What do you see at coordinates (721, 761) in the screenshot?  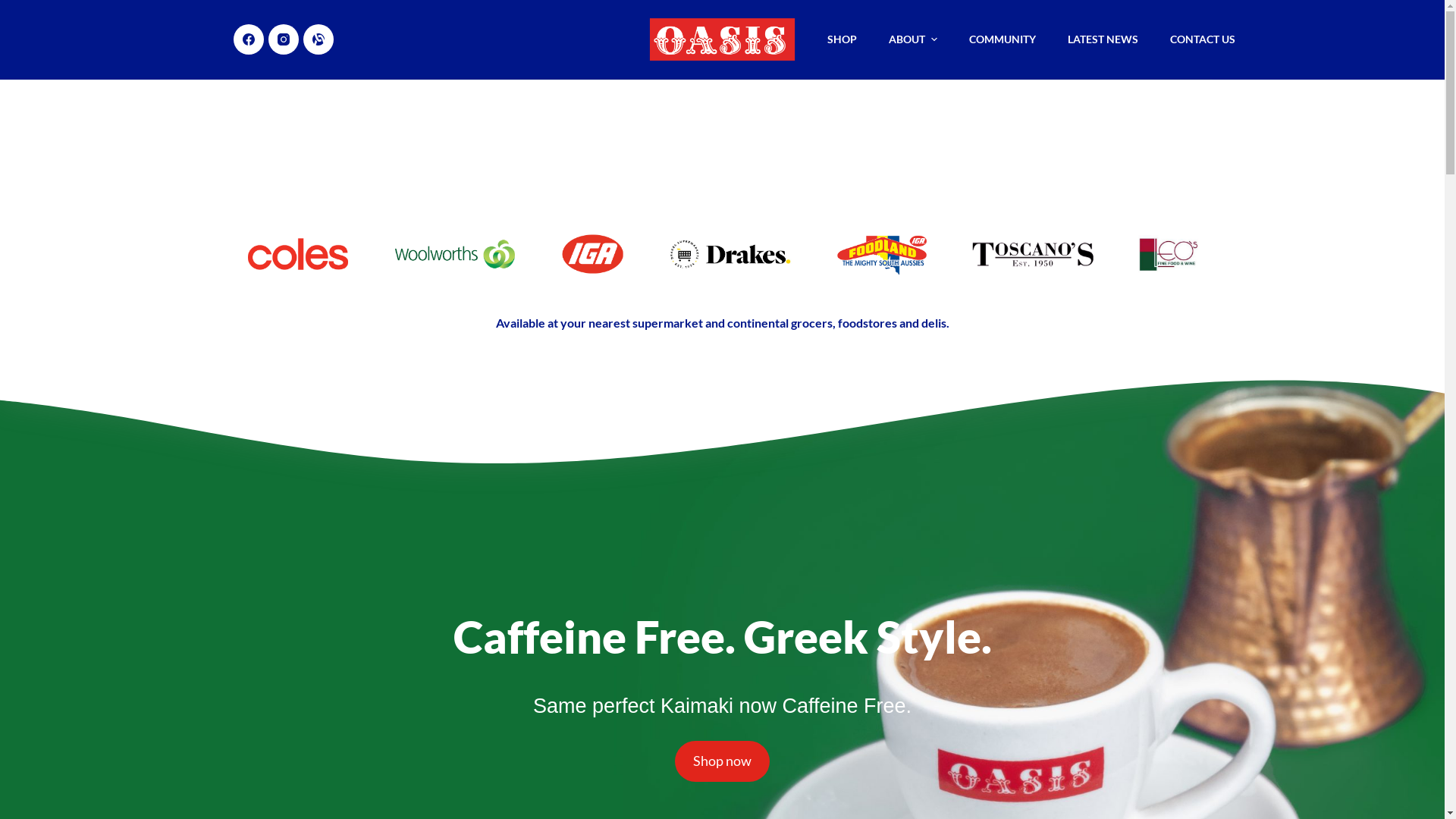 I see `'Shop now'` at bounding box center [721, 761].